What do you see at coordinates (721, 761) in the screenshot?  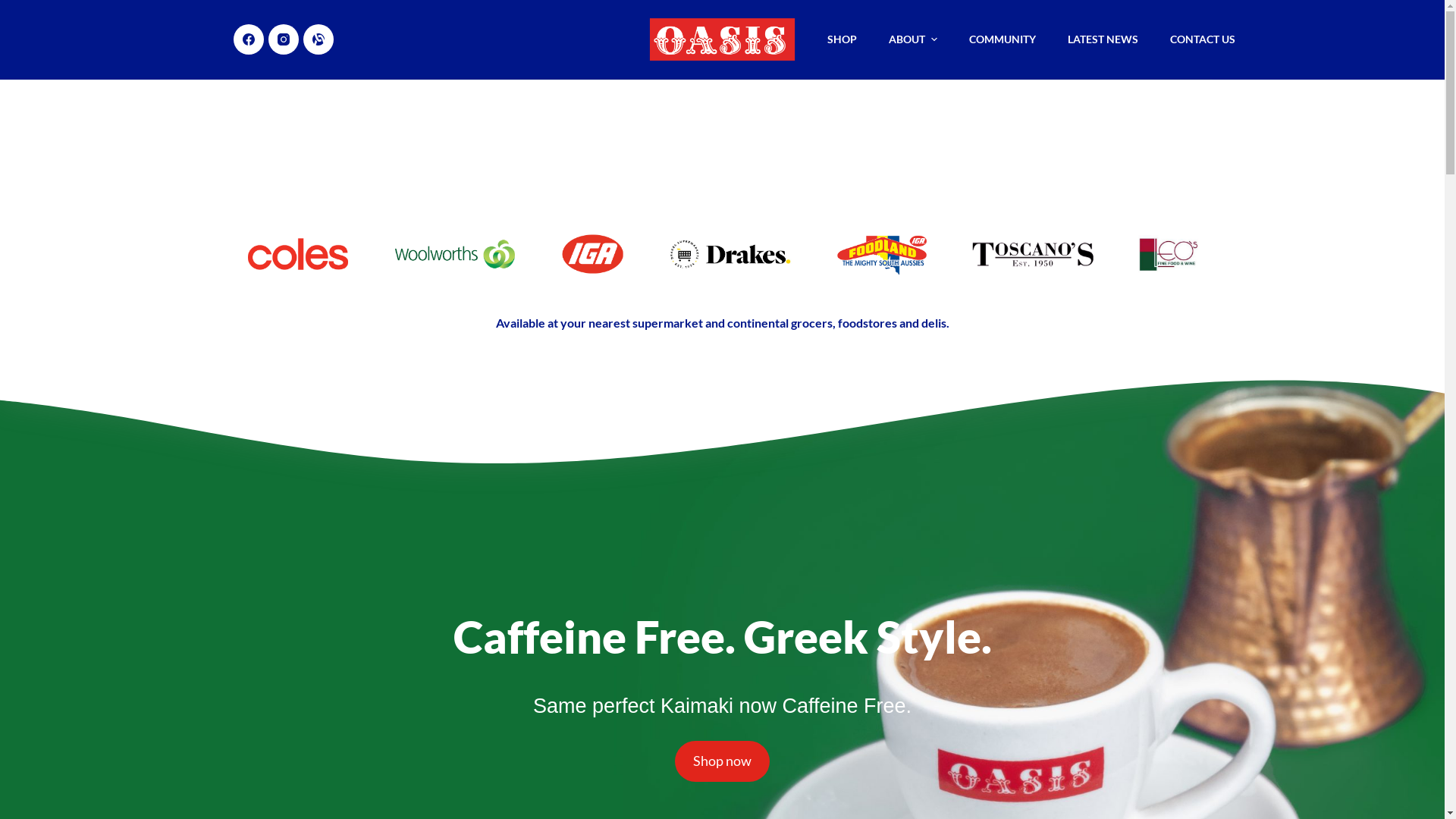 I see `'Shop now'` at bounding box center [721, 761].